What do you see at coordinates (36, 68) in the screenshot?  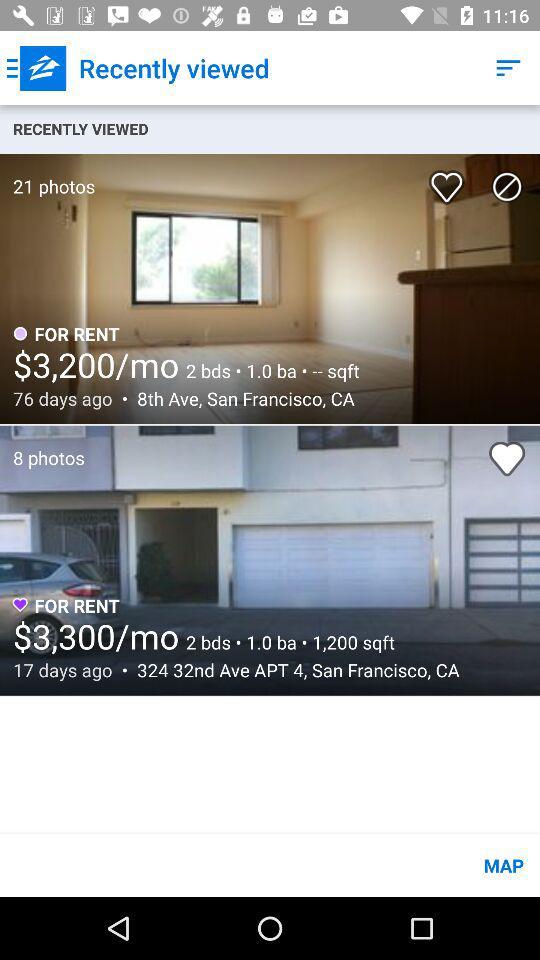 I see `icon next to the recently viewed` at bounding box center [36, 68].